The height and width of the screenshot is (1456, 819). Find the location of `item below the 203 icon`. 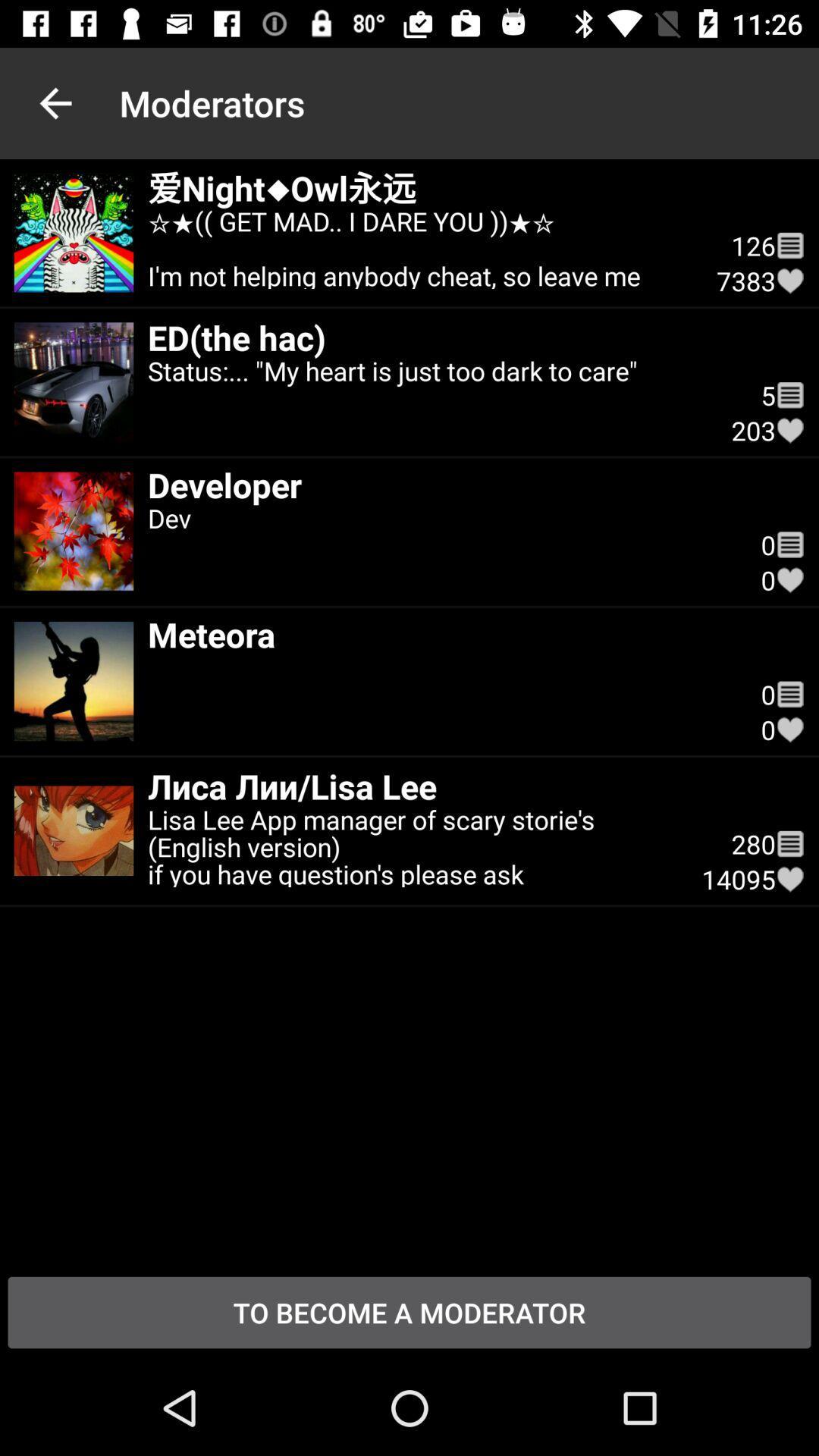

item below the 203 icon is located at coordinates (789, 544).